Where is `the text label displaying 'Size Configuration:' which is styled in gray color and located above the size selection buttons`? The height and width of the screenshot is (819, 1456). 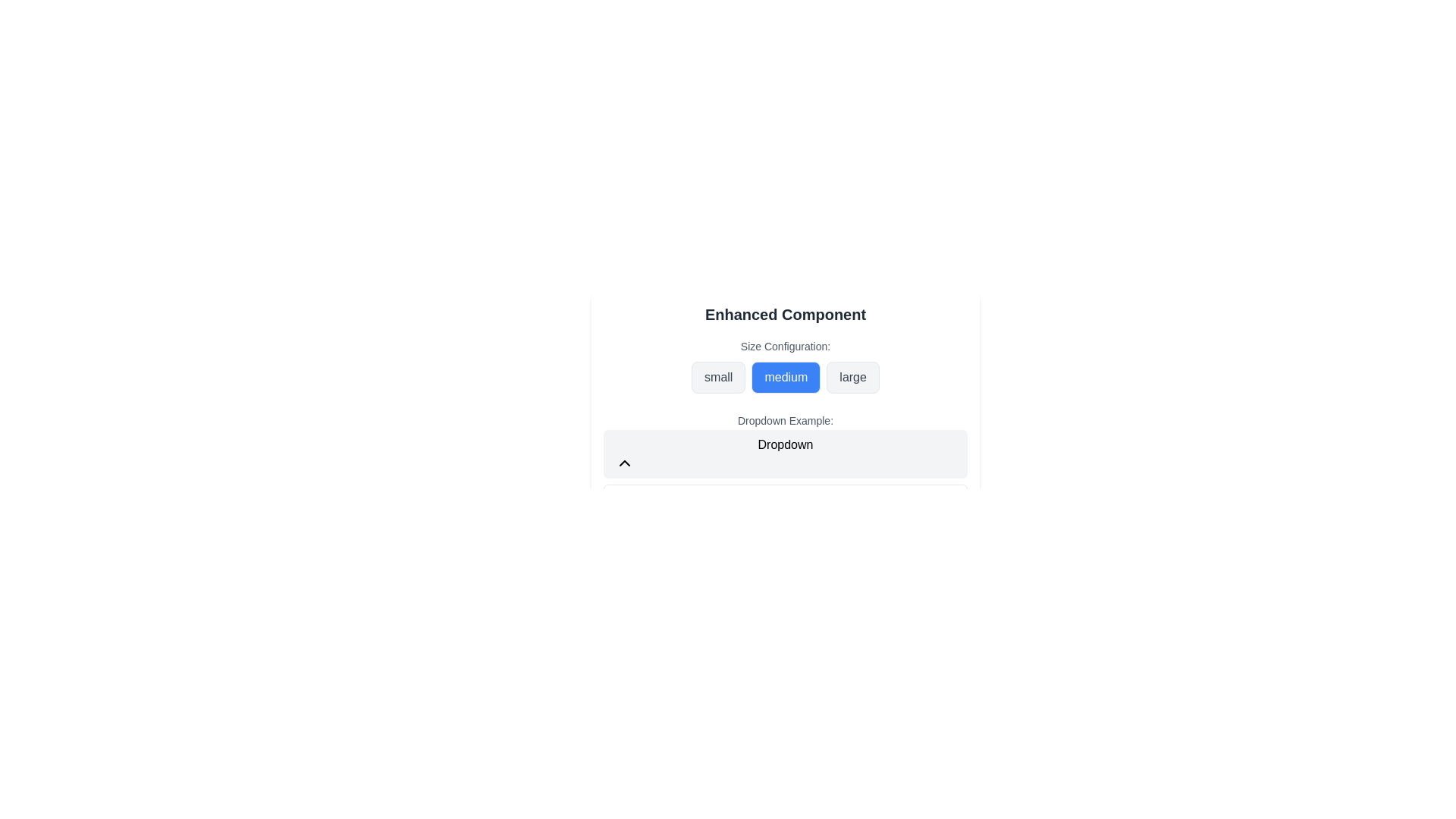
the text label displaying 'Size Configuration:' which is styled in gray color and located above the size selection buttons is located at coordinates (786, 346).